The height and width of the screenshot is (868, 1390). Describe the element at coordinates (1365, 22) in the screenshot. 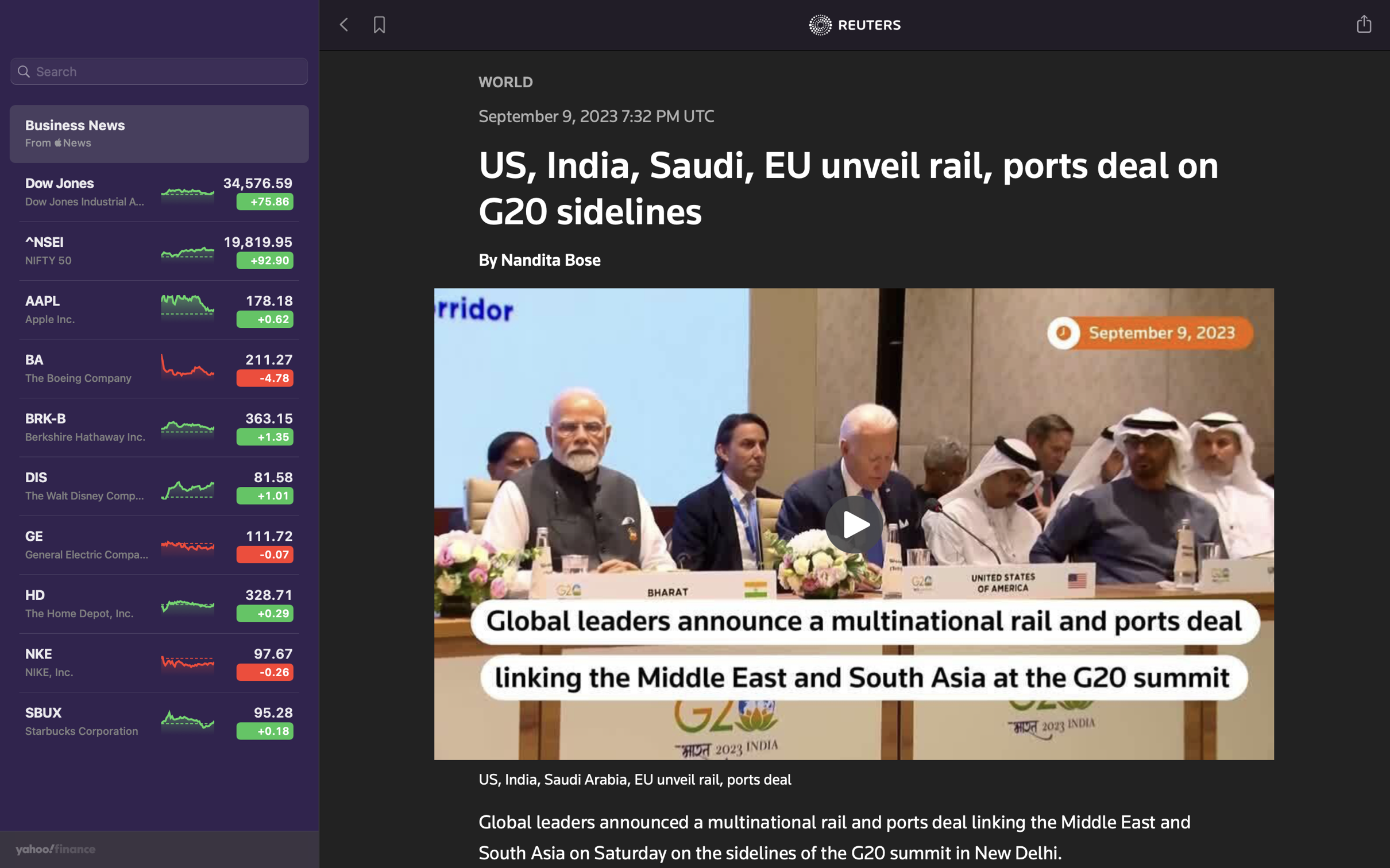

I see `By using the share icon, launch the story on Safari browser` at that location.